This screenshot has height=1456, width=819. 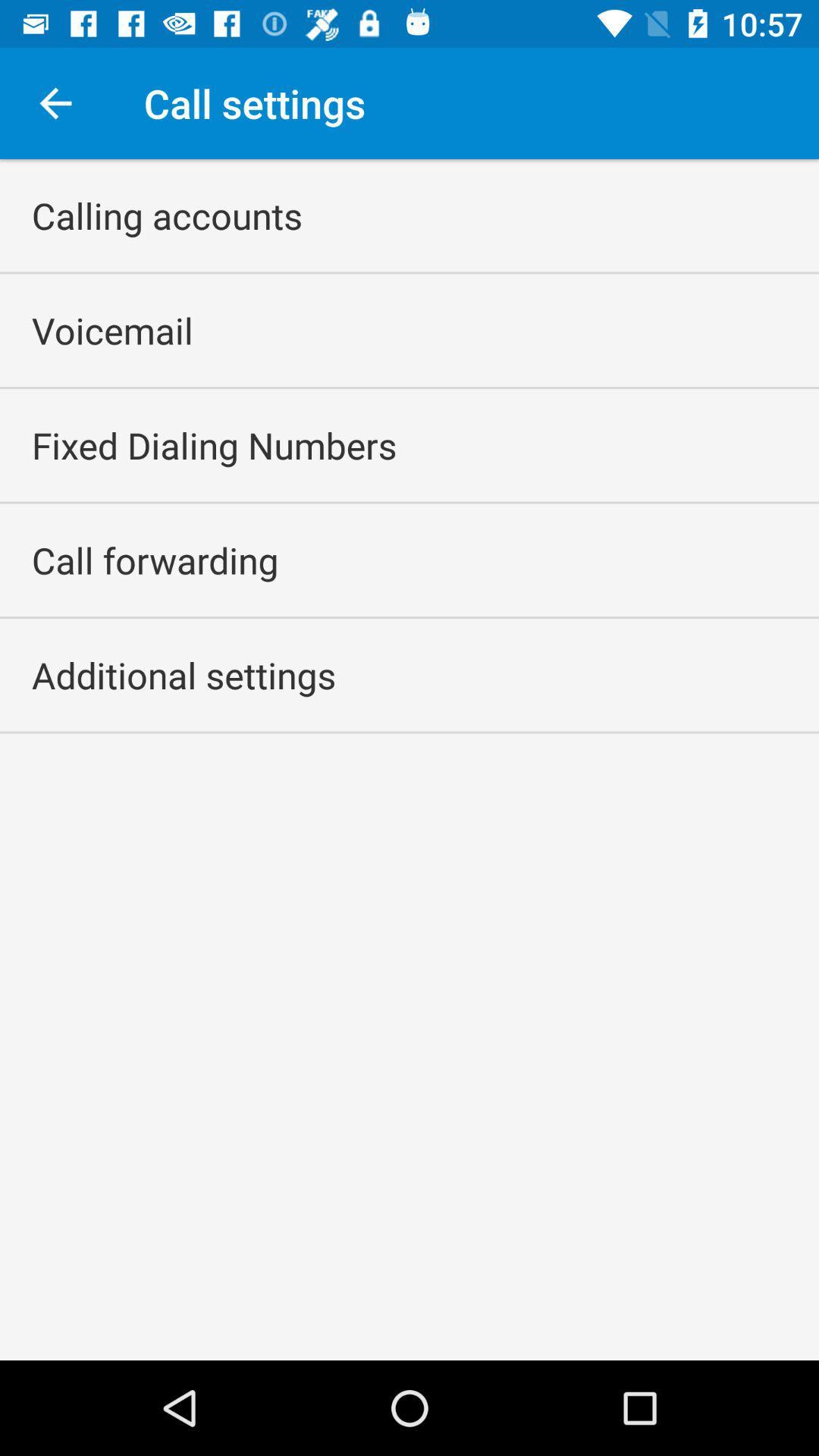 What do you see at coordinates (214, 444) in the screenshot?
I see `the fixed dialing numbers app` at bounding box center [214, 444].